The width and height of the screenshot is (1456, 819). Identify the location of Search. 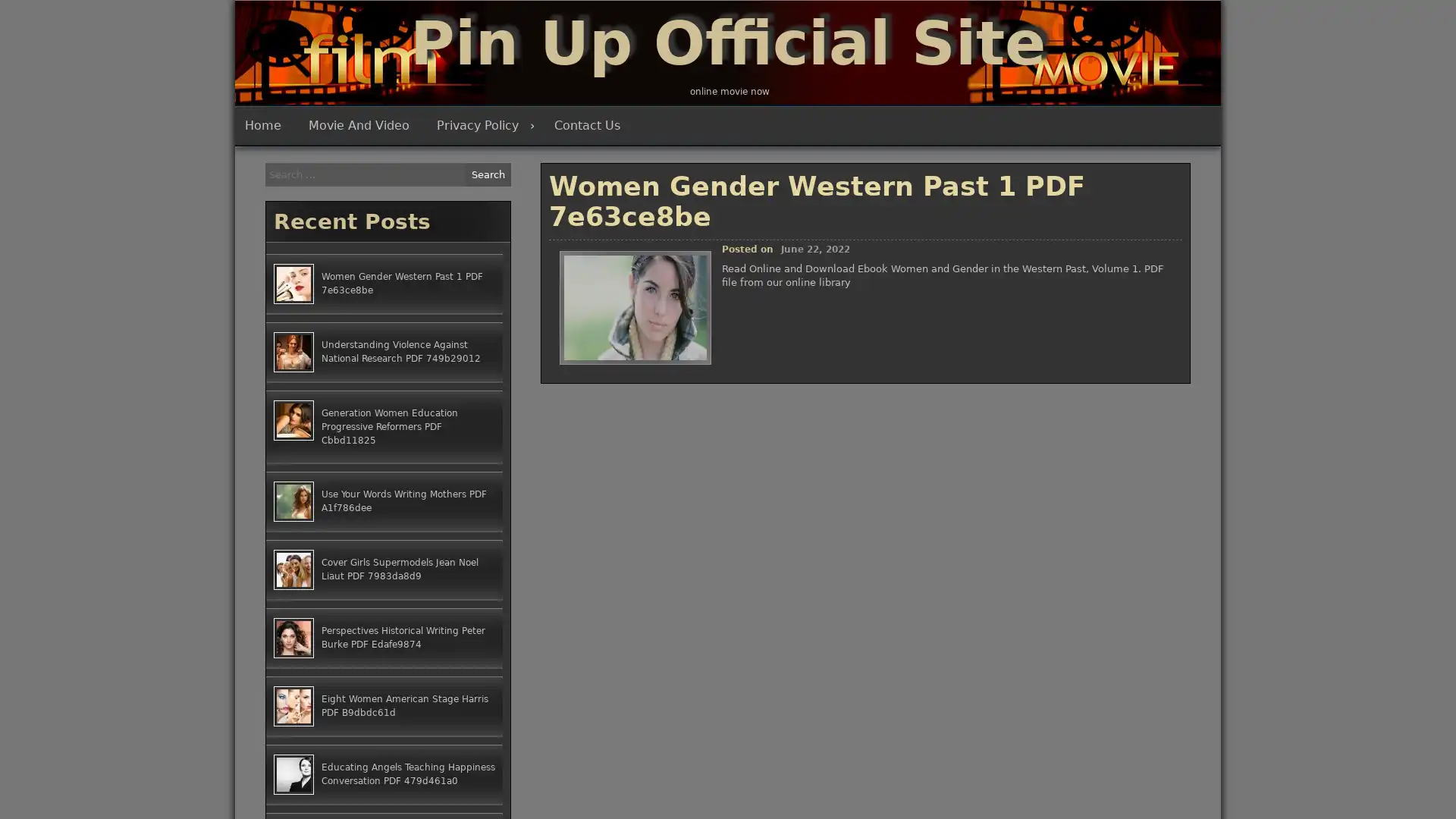
(488, 174).